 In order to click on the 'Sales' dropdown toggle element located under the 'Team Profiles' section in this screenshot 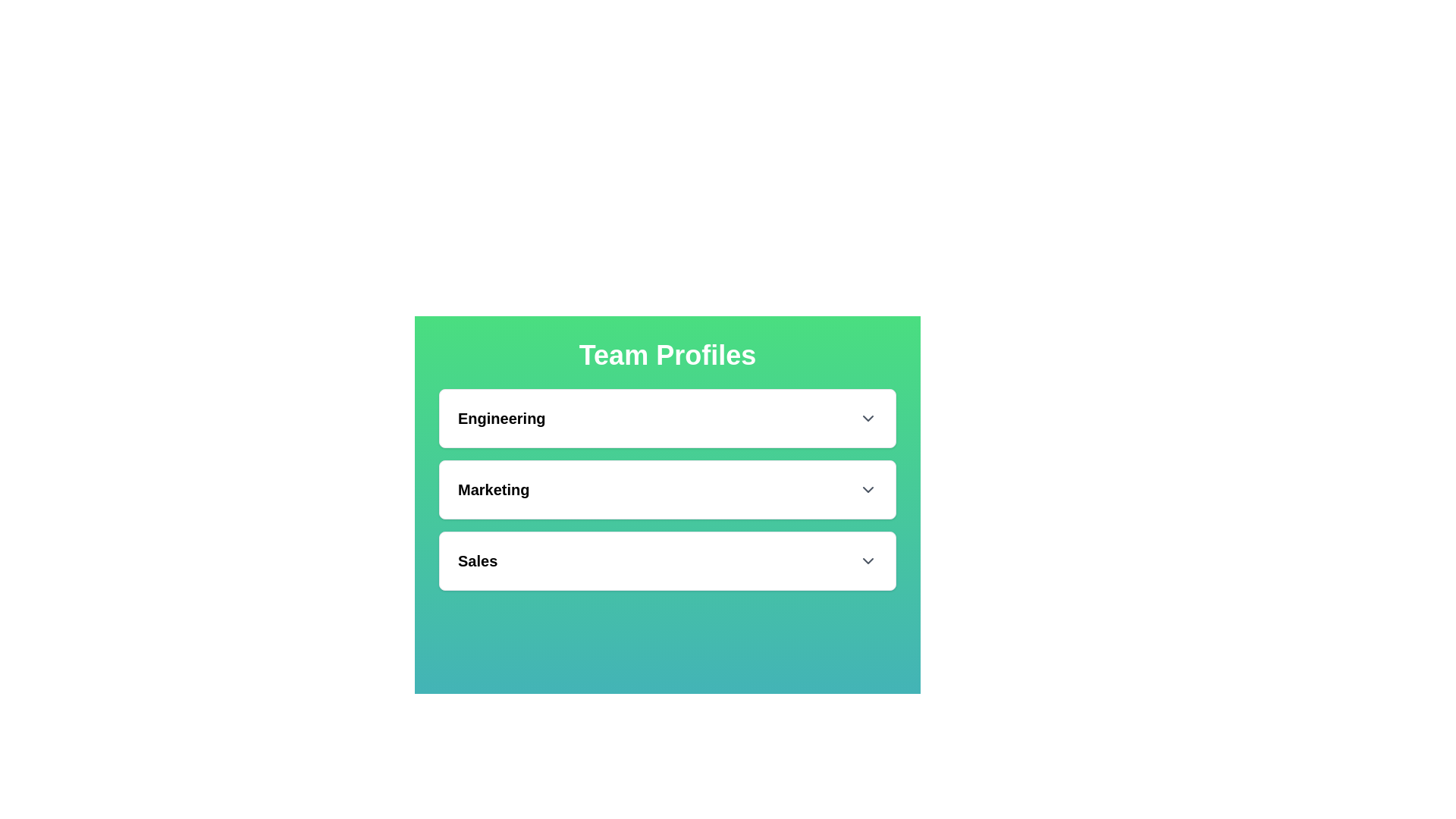, I will do `click(667, 561)`.